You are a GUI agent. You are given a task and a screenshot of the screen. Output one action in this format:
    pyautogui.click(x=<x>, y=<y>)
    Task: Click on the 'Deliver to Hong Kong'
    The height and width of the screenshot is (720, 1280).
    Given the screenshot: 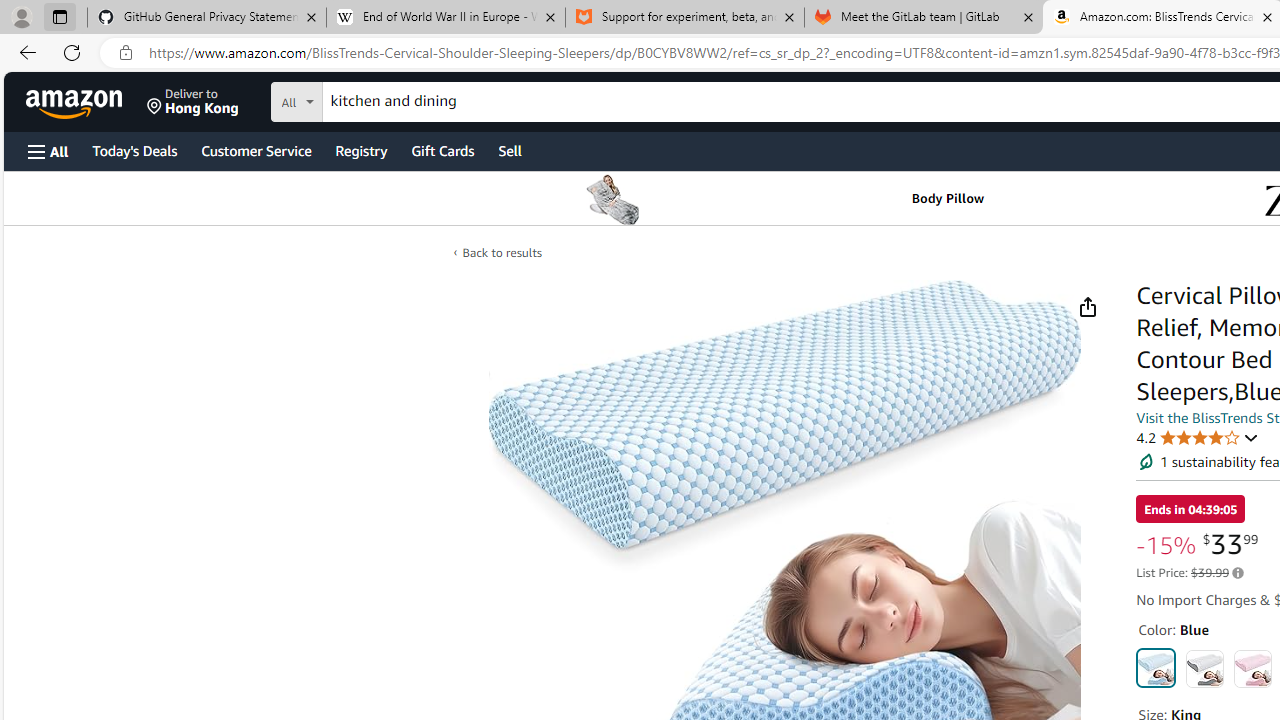 What is the action you would take?
    pyautogui.click(x=193, y=101)
    